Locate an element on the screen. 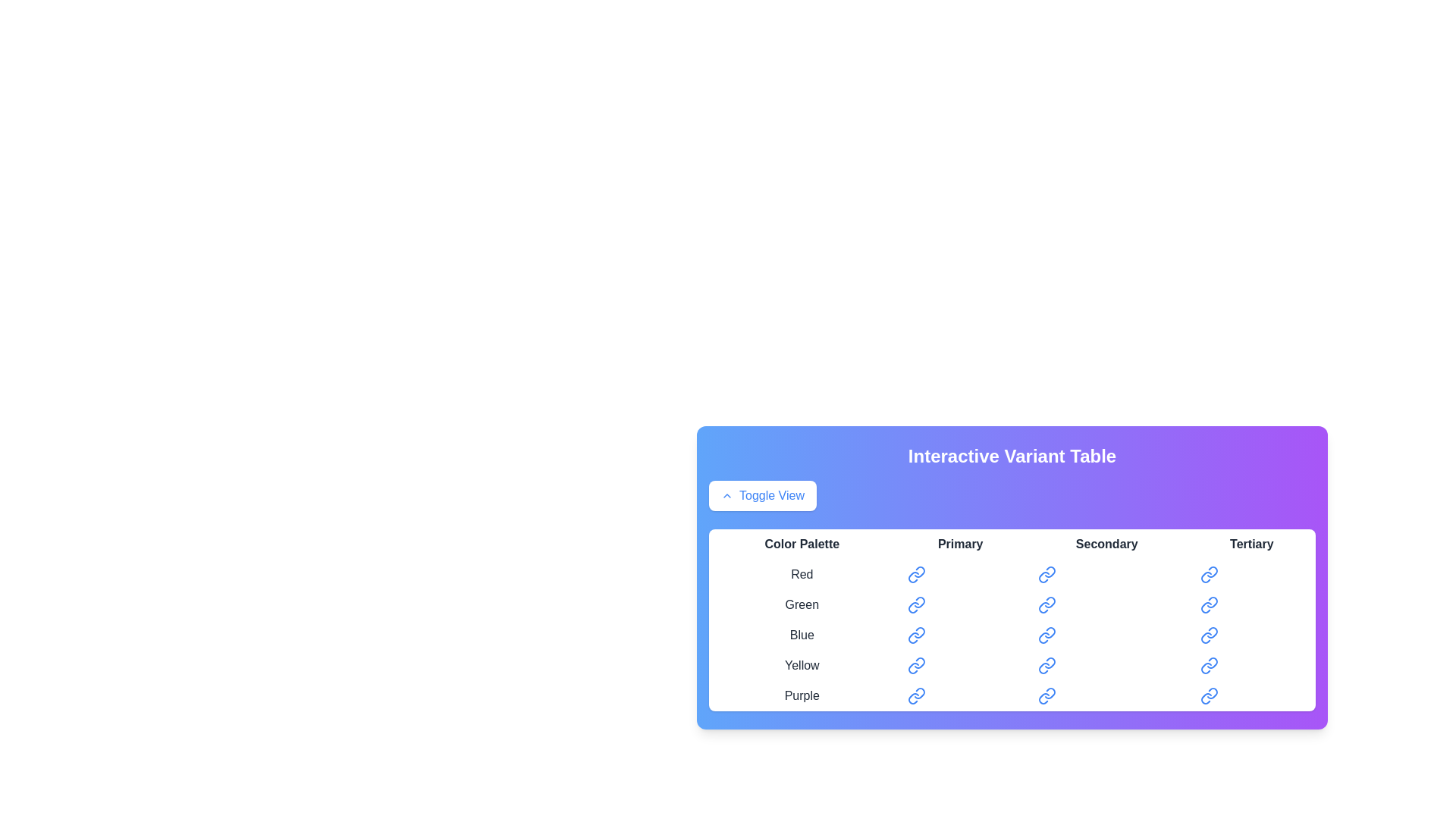 The height and width of the screenshot is (819, 1456). the SVG chain link icon located in the 'Primary' column under the 'Green' row is located at coordinates (912, 607).